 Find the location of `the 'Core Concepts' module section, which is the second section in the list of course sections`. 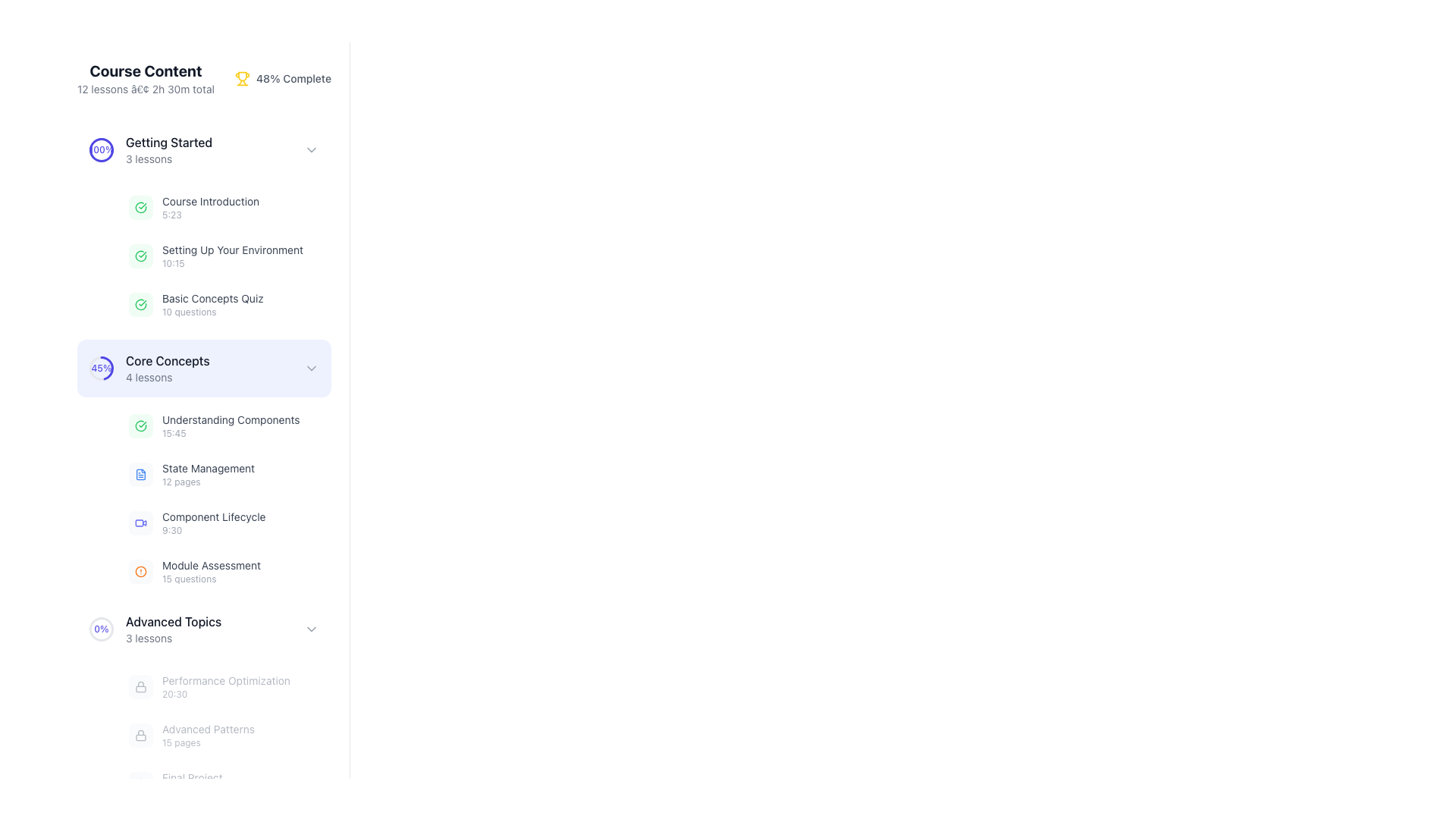

the 'Core Concepts' module section, which is the second section in the list of course sections is located at coordinates (203, 466).